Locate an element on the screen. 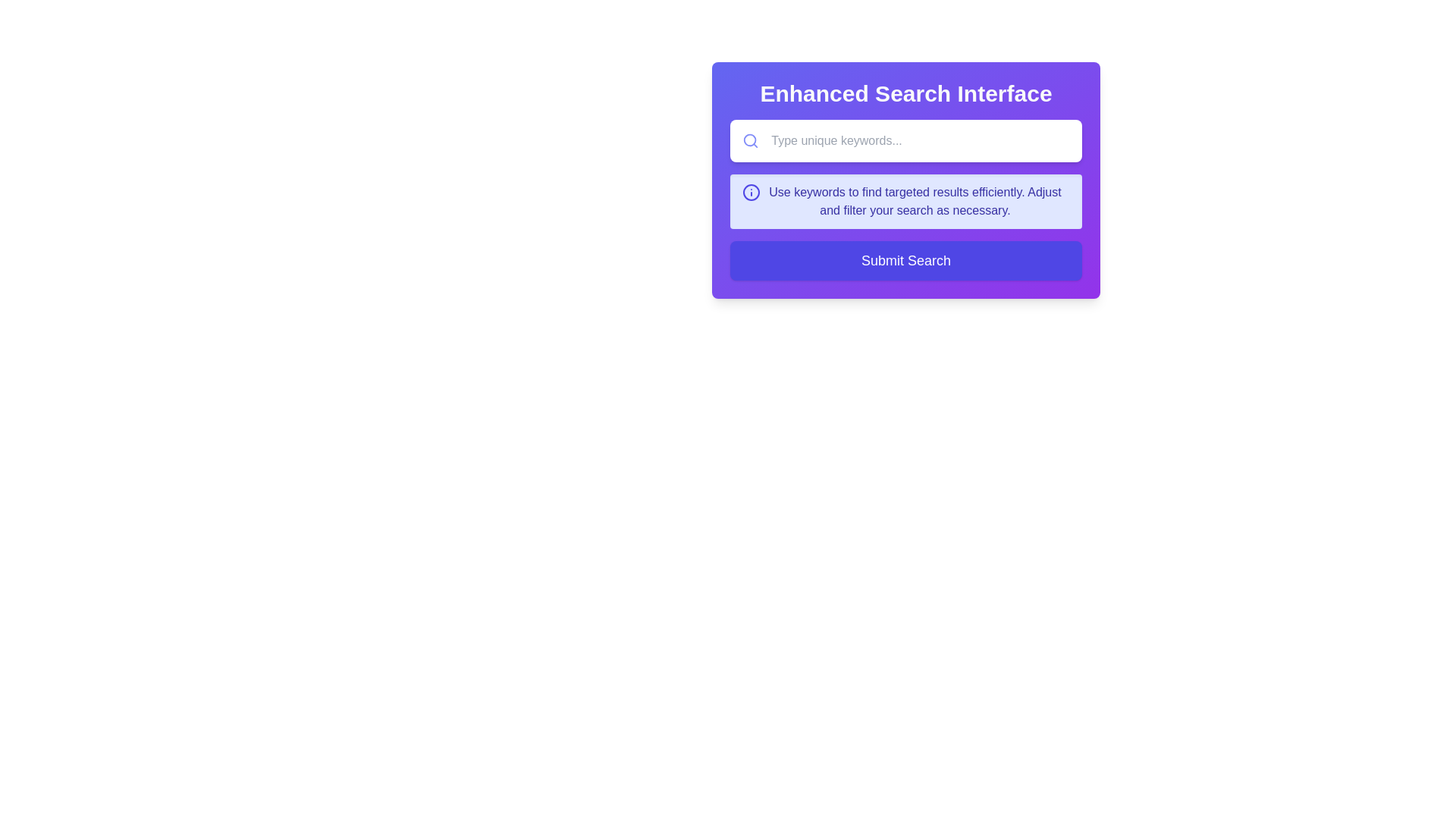 This screenshot has width=1456, height=819. instructional Text Label that is displayed in indigo font, located in a light indigo rectangular box, which provides guidance on using keywords for search results is located at coordinates (914, 201).